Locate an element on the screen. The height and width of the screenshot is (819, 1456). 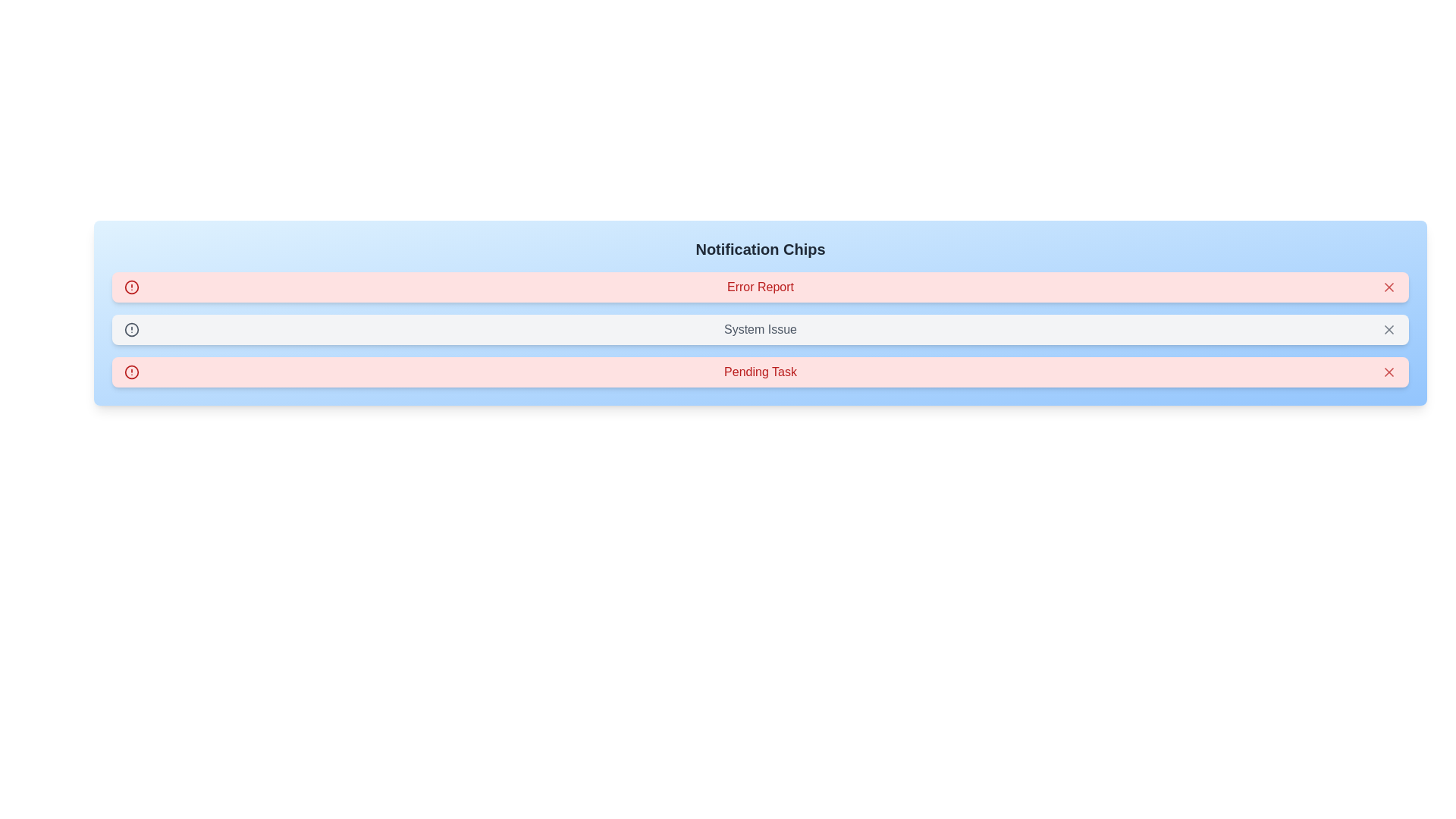
the close button of the chip labeled Pending Task is located at coordinates (1389, 372).